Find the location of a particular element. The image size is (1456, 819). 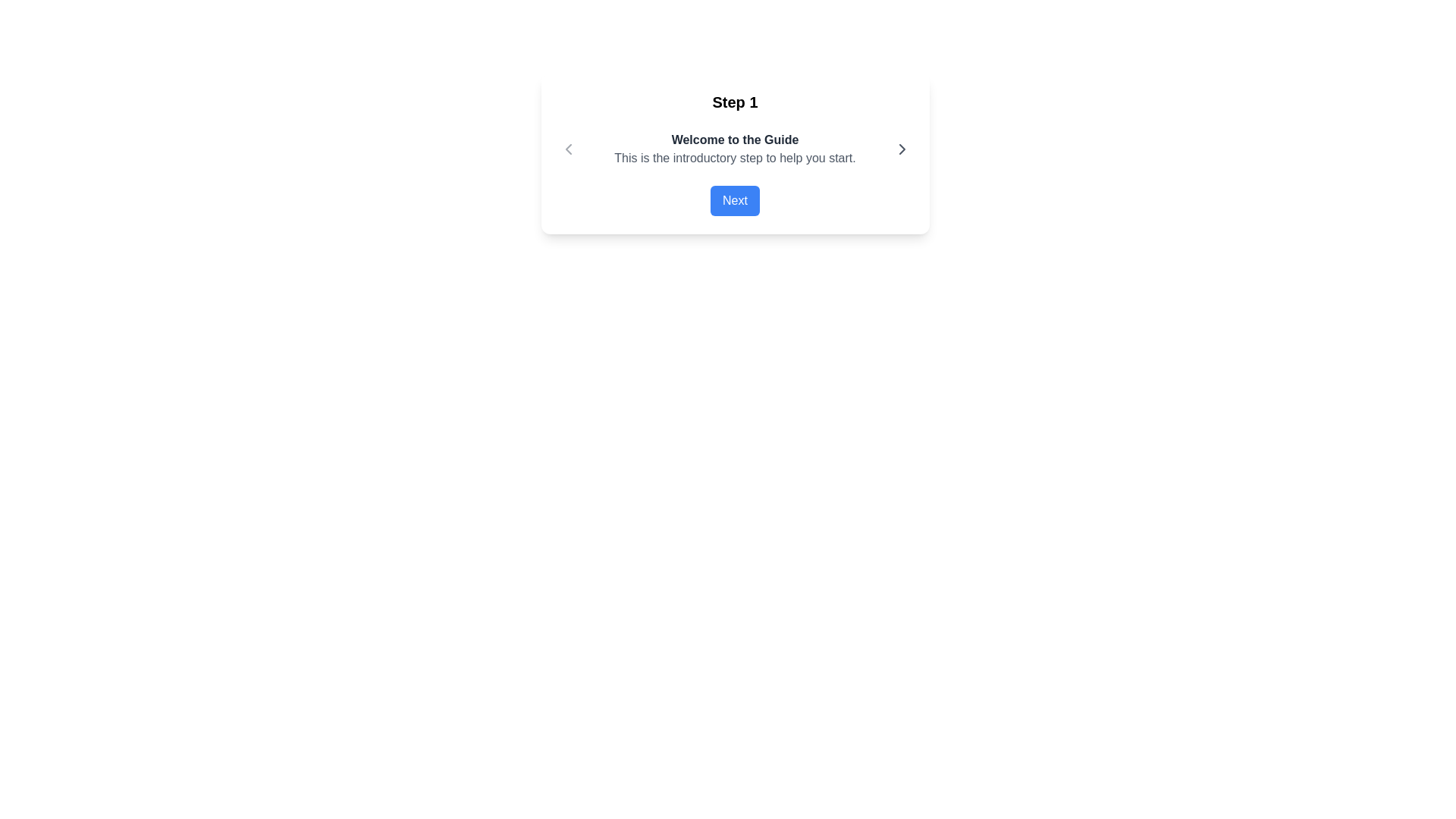

the right chevron icon button, which indicates moving to the next step in the guide is located at coordinates (902, 149).